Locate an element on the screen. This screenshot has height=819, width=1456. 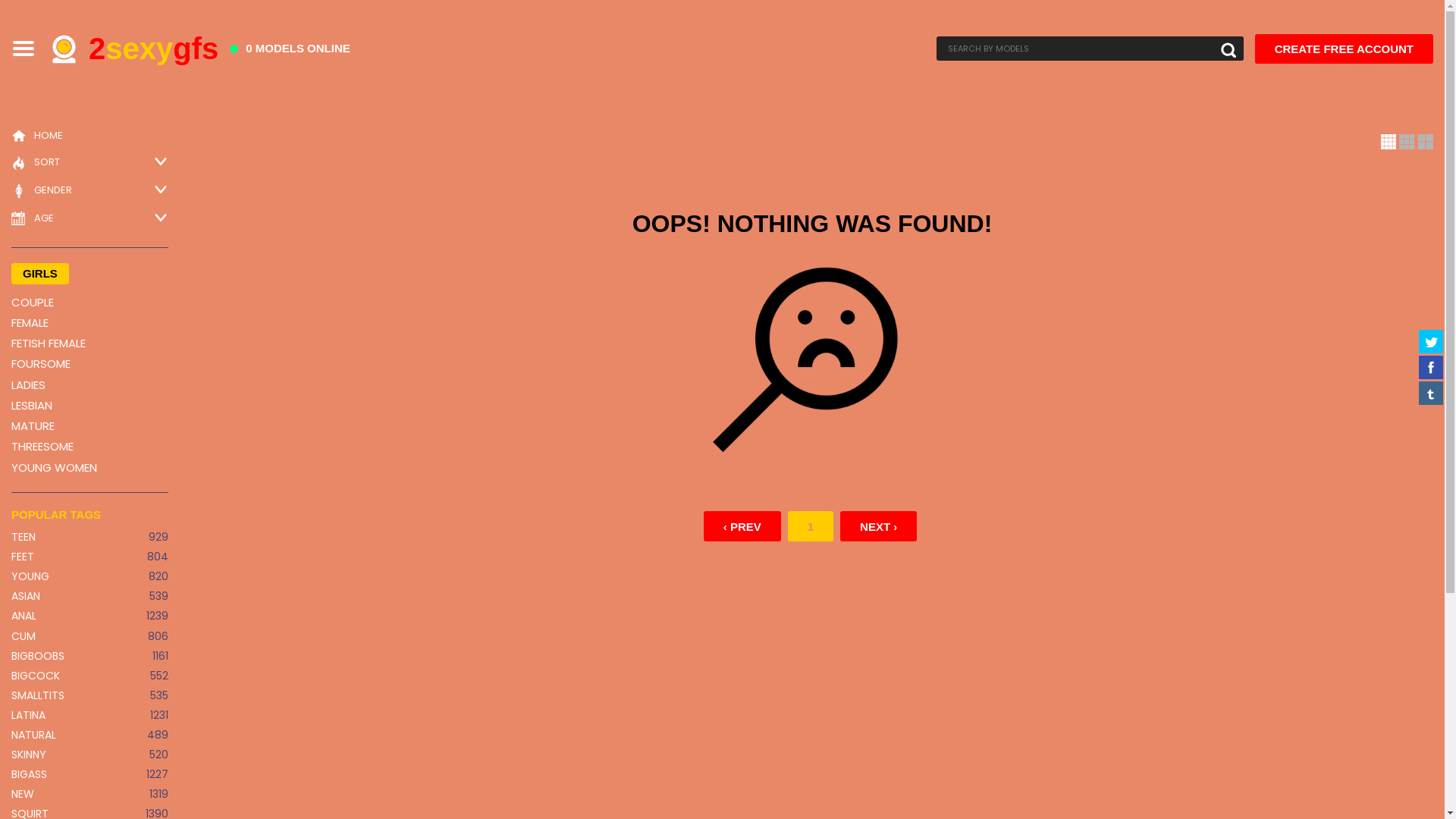
'MATURE' is located at coordinates (89, 425).